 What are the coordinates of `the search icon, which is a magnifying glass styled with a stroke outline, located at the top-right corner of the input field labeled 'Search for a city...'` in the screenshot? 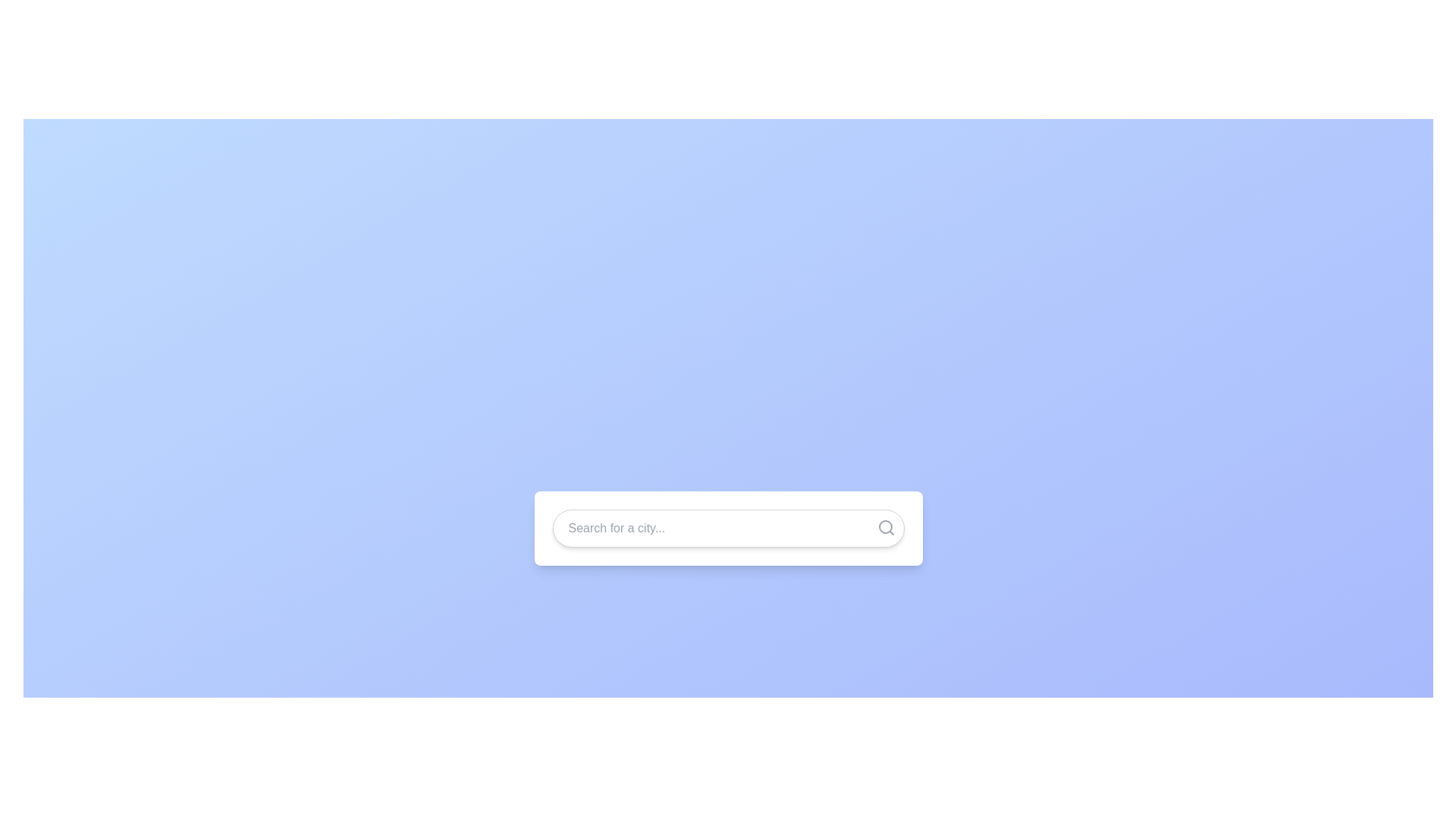 It's located at (886, 526).